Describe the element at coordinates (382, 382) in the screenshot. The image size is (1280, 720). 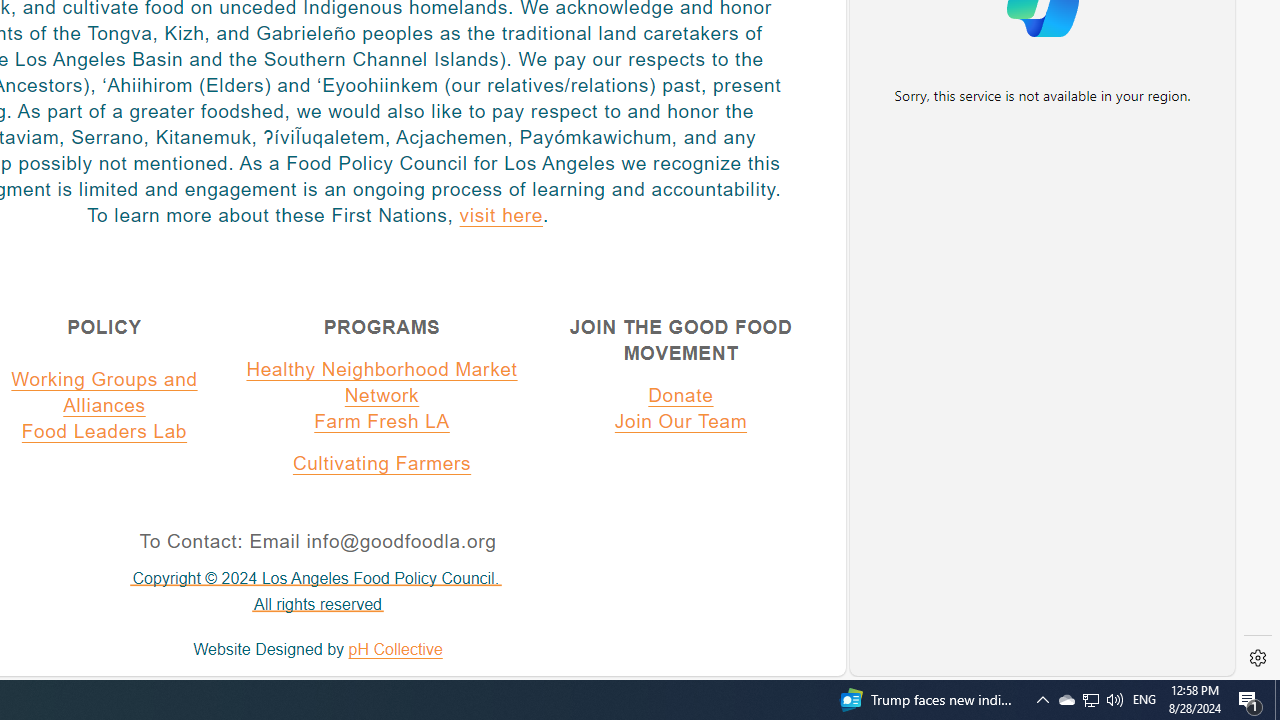
I see `'Healthy Neighborhood Market Network'` at that location.